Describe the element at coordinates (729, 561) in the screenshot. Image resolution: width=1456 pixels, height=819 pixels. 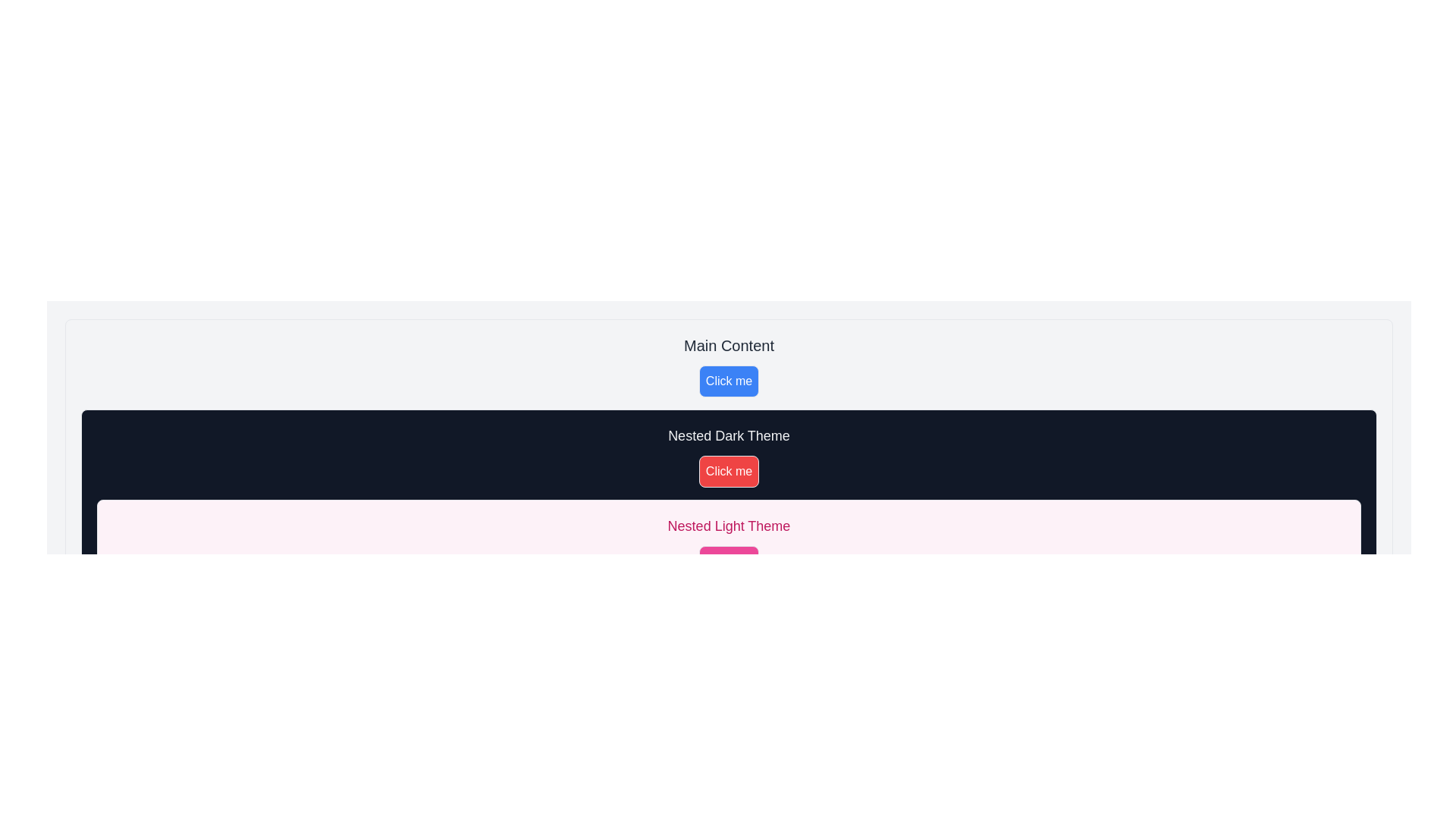
I see `the rectangular button with rounded corners, styled with a pink background and labeled 'Click me'` at that location.